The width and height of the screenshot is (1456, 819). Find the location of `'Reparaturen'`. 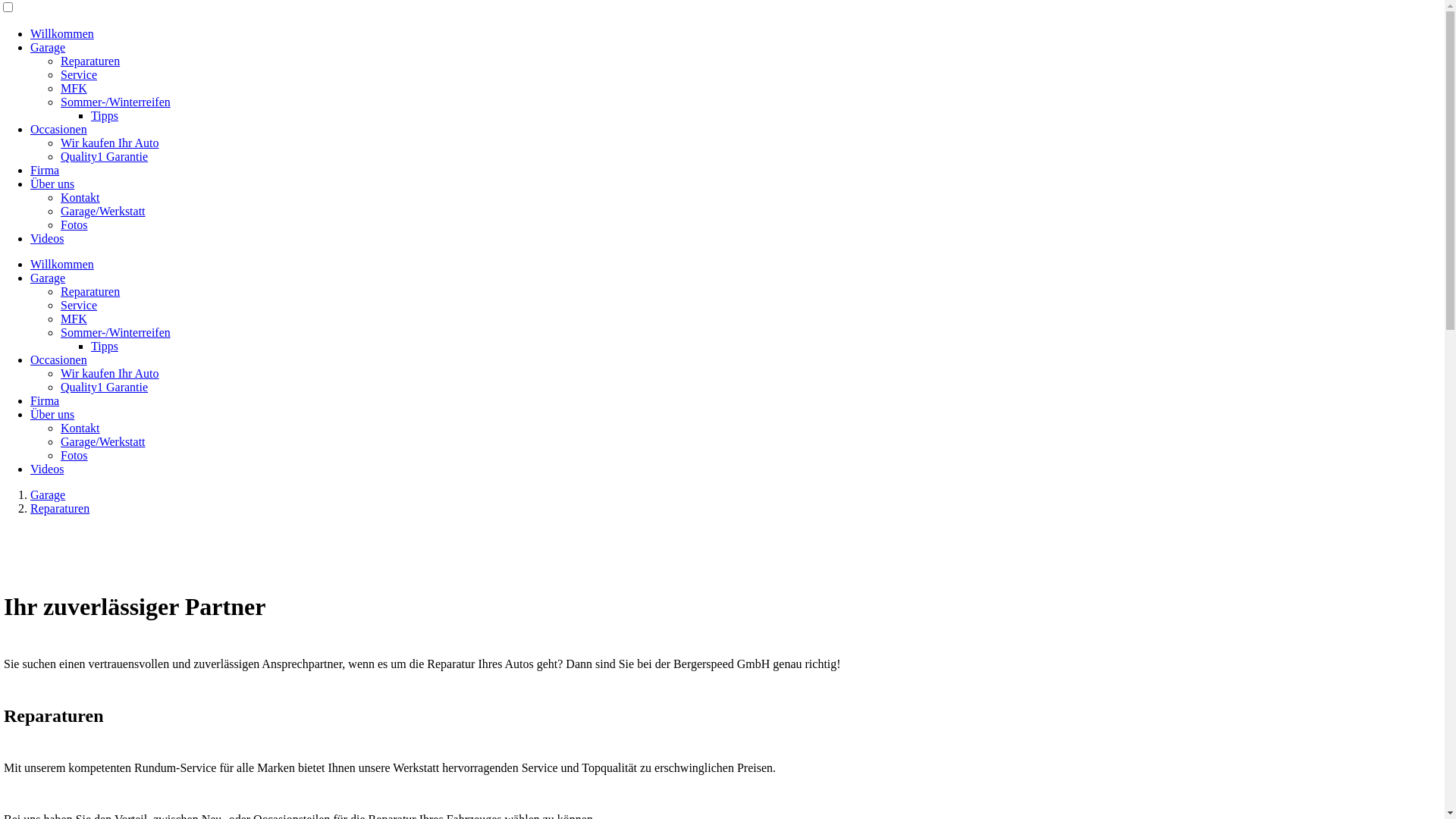

'Reparaturen' is located at coordinates (89, 60).